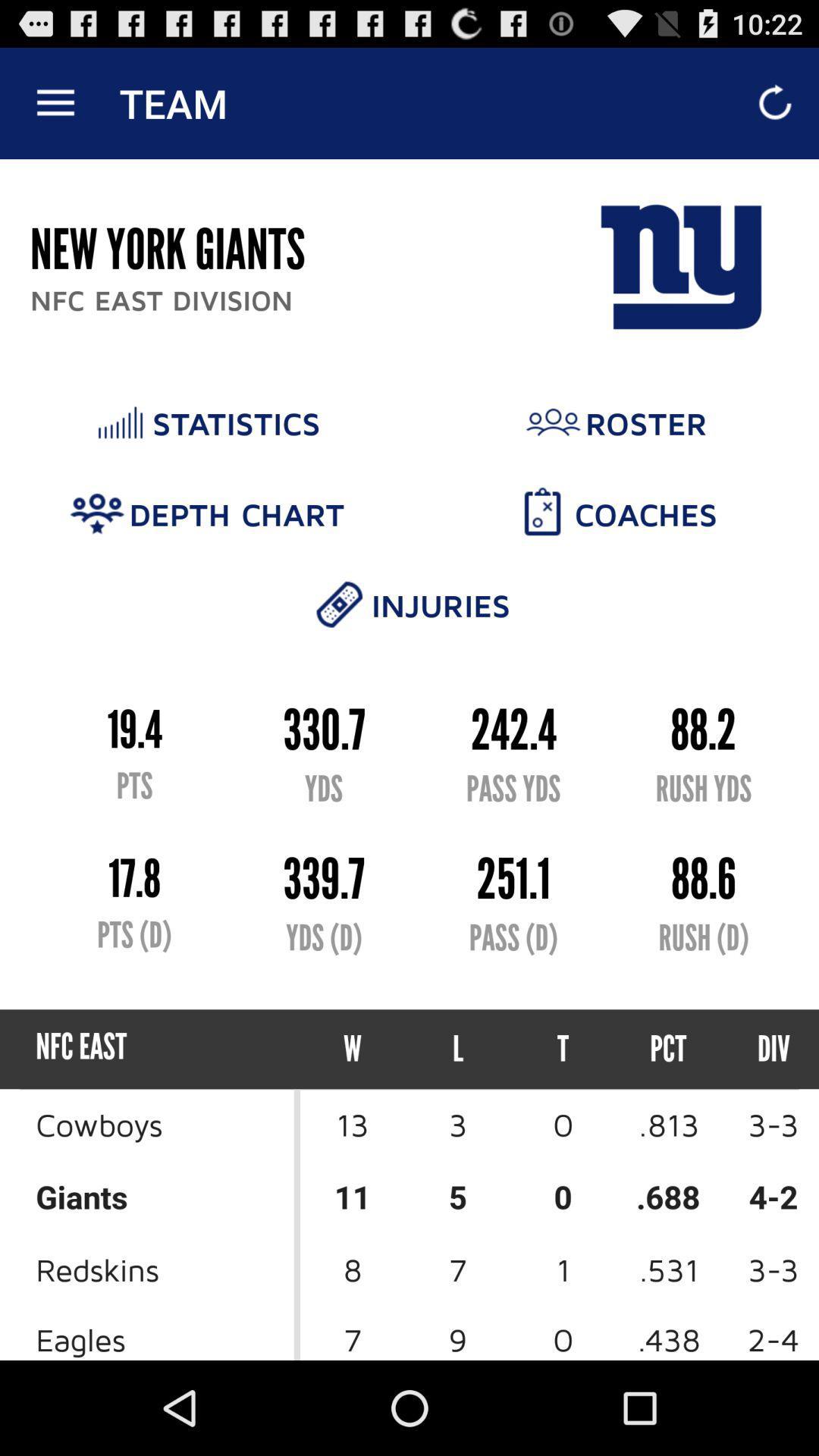  Describe the element at coordinates (457, 1048) in the screenshot. I see `l icon` at that location.